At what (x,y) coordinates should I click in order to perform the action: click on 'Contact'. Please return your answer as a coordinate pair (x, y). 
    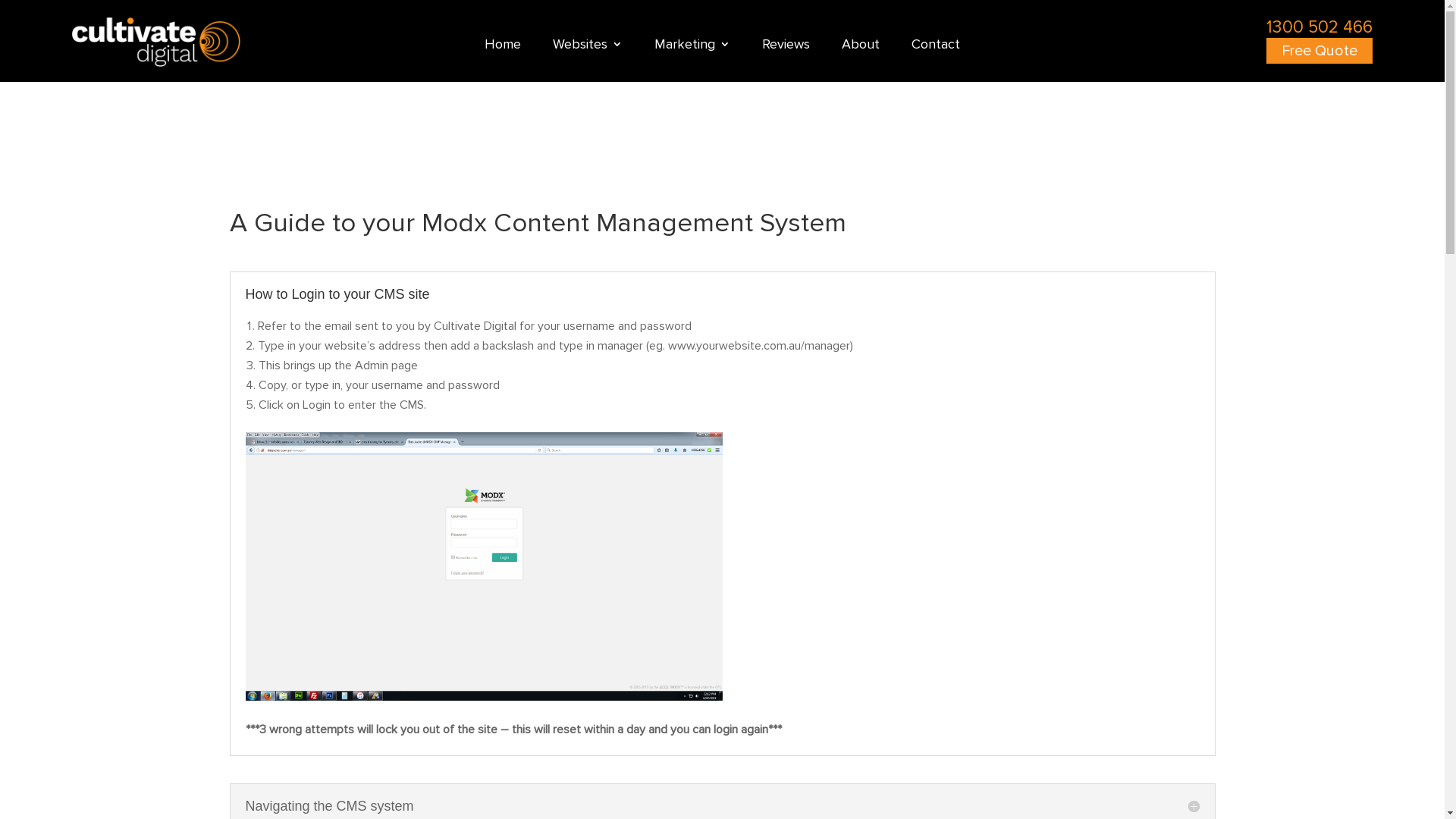
    Looking at the image, I should click on (934, 45).